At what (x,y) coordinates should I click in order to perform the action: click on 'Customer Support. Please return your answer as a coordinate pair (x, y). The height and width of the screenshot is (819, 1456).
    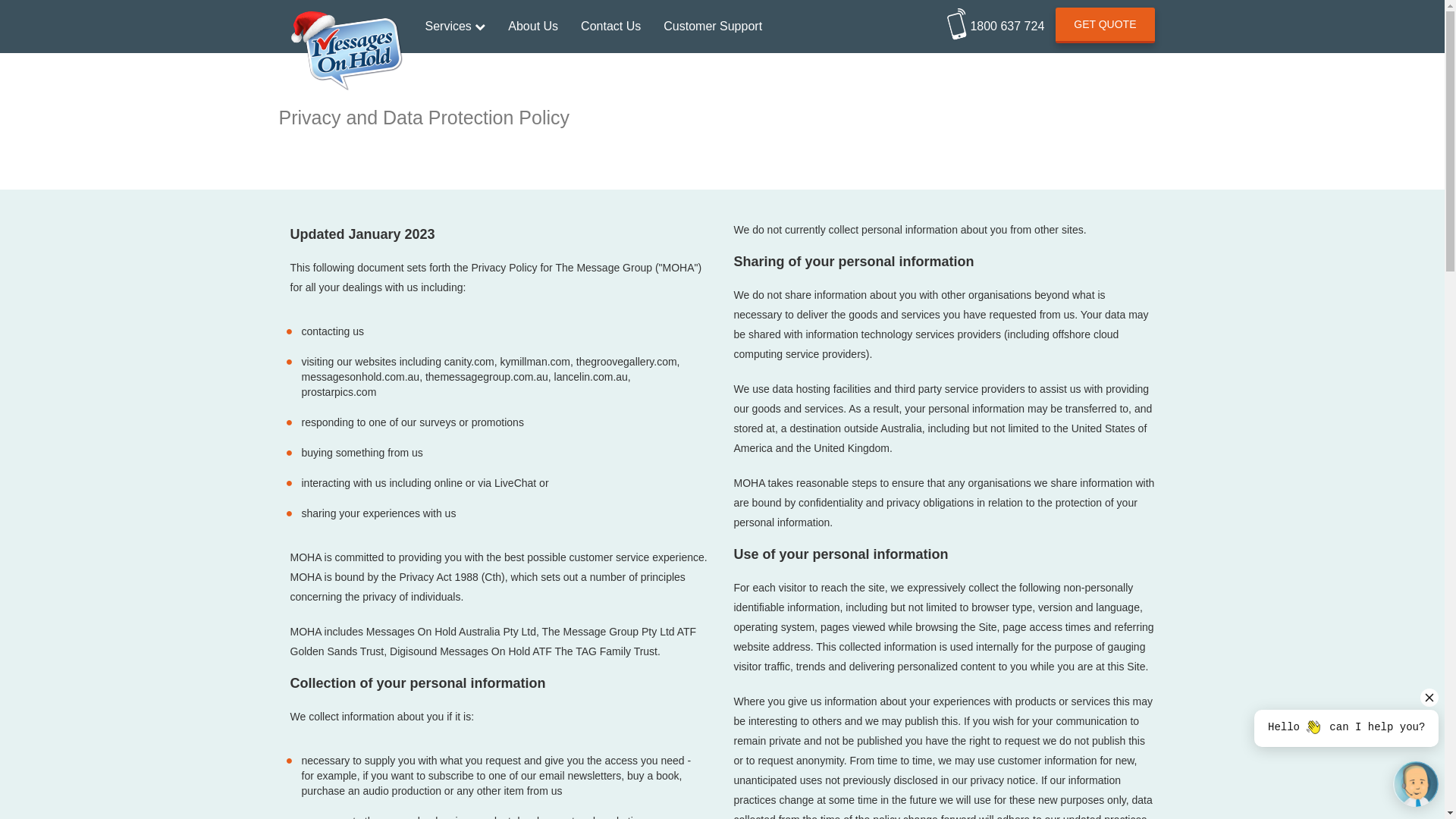
    Looking at the image, I should click on (712, 26).